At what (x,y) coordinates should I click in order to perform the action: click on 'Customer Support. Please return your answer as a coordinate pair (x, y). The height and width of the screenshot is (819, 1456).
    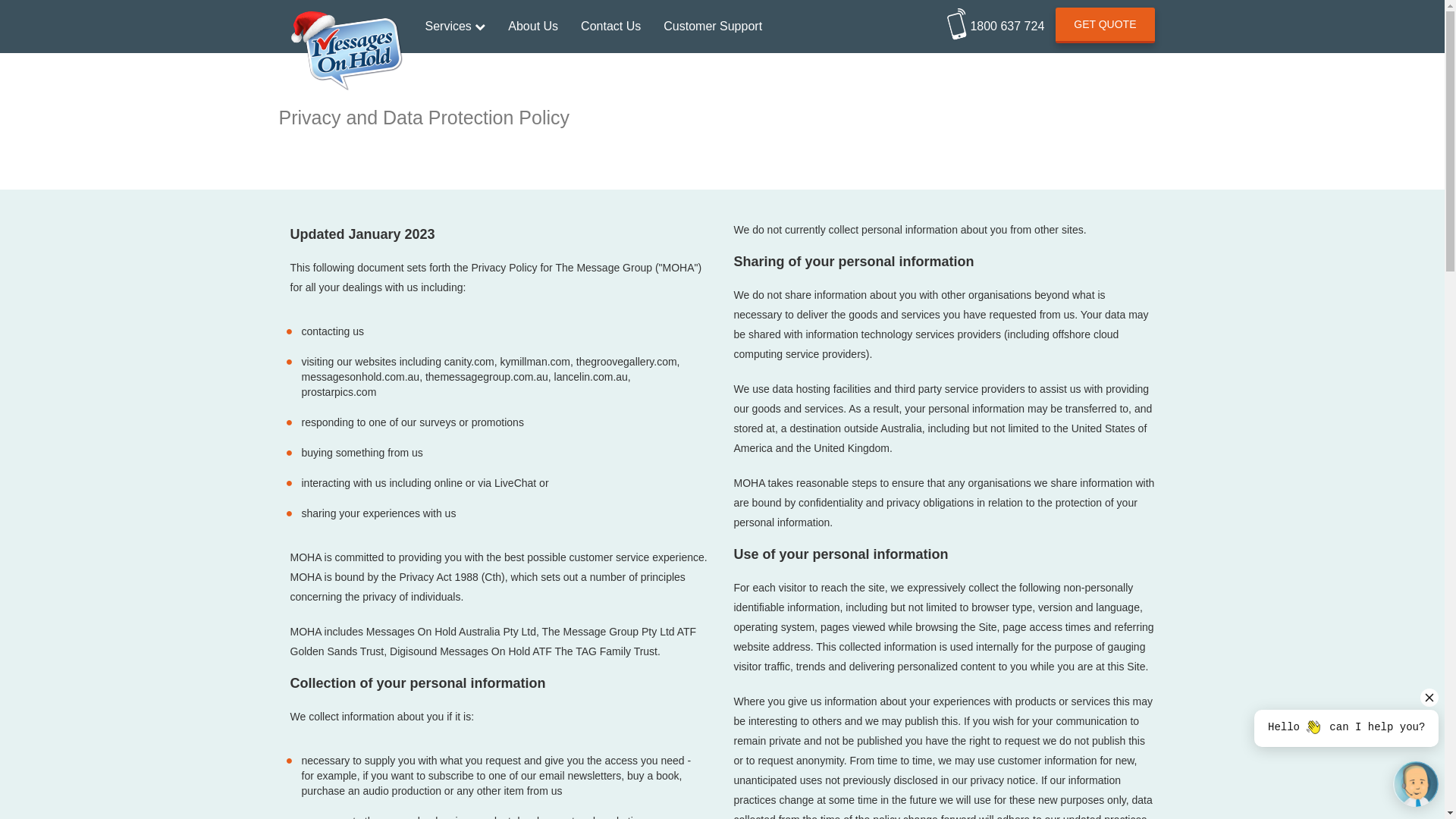
    Looking at the image, I should click on (712, 26).